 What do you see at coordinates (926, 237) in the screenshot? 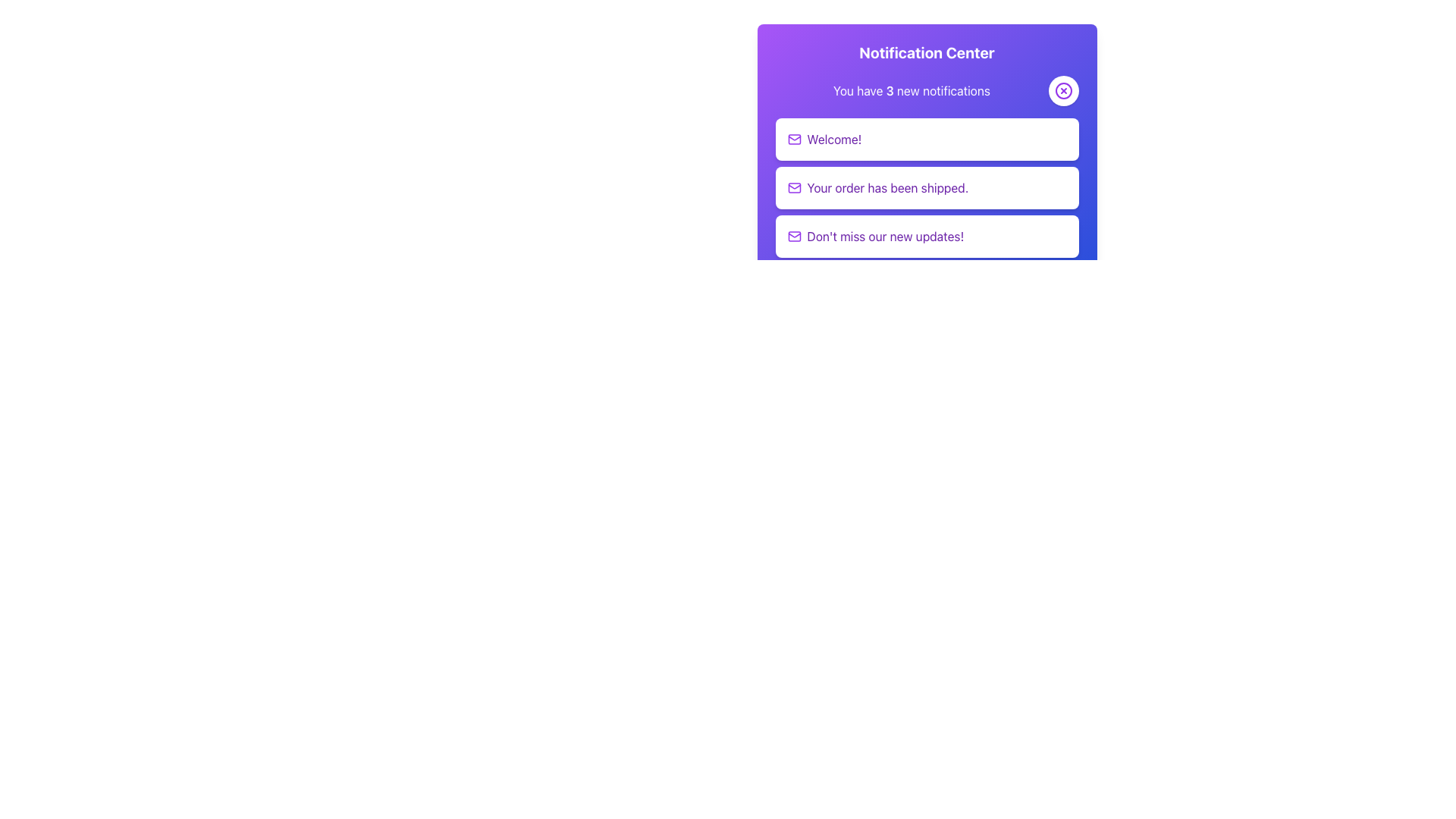
I see `notification card with the text "Don't miss our new updates!" located in the notification panel, which is the third card in the series of notifications` at bounding box center [926, 237].